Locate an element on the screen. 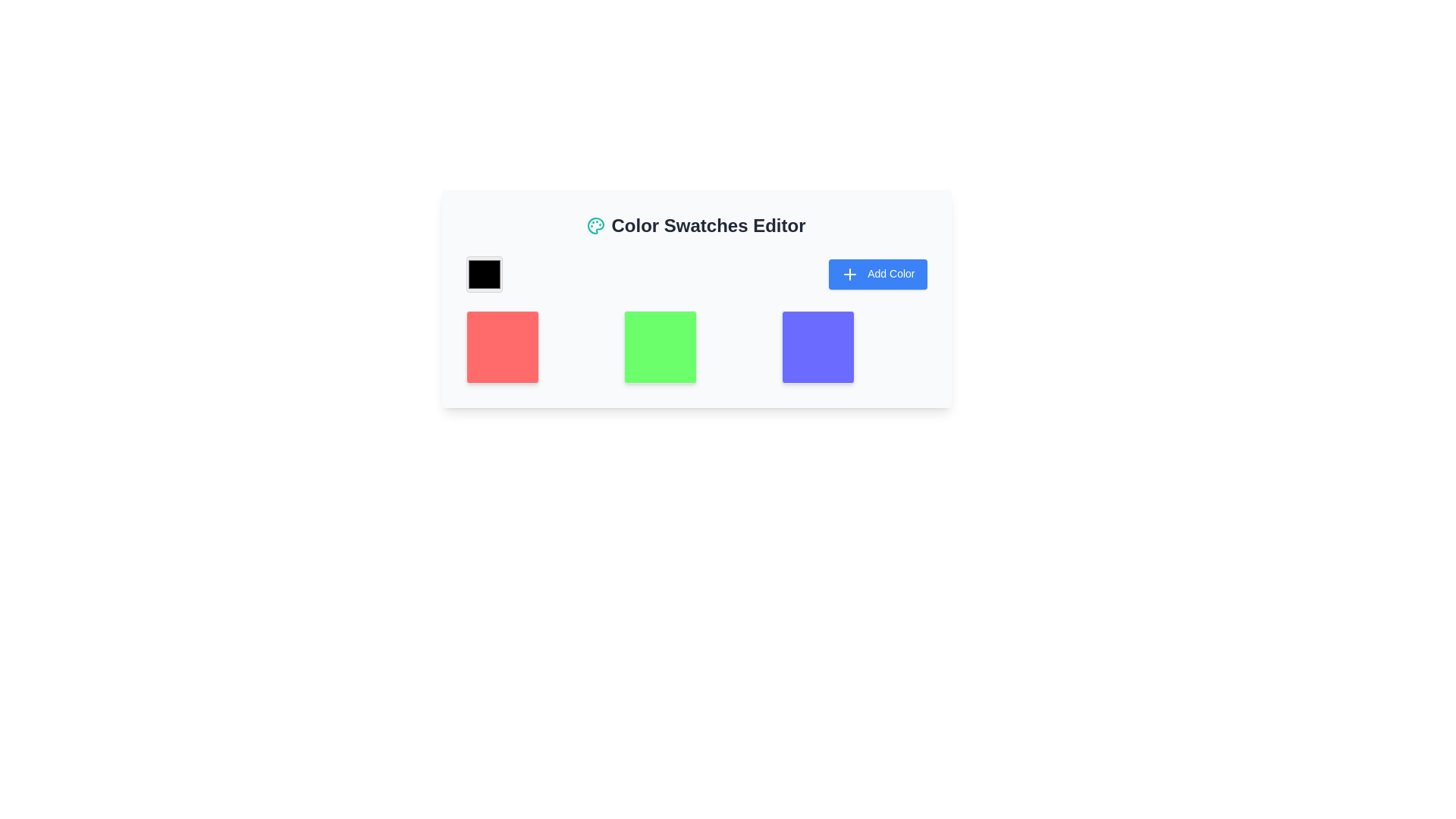 Image resolution: width=1456 pixels, height=819 pixels. the small blue square icon with a white plus symbol in the center, located within the 'Add Color' button at the top-right of the interface is located at coordinates (850, 275).